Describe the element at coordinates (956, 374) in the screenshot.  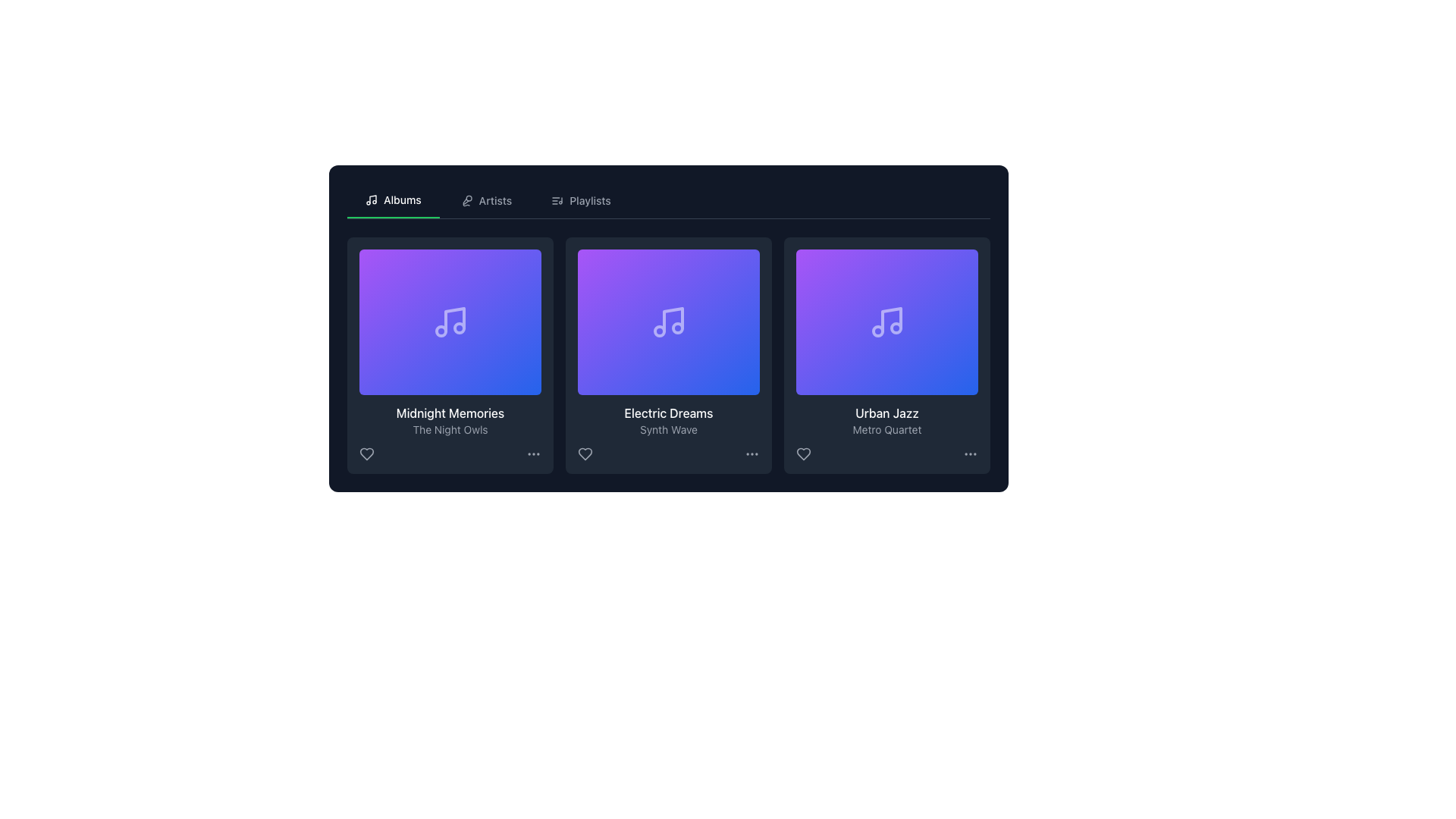
I see `the play button located in the bottom-right corner of the 'Urban Jazz' card` at that location.